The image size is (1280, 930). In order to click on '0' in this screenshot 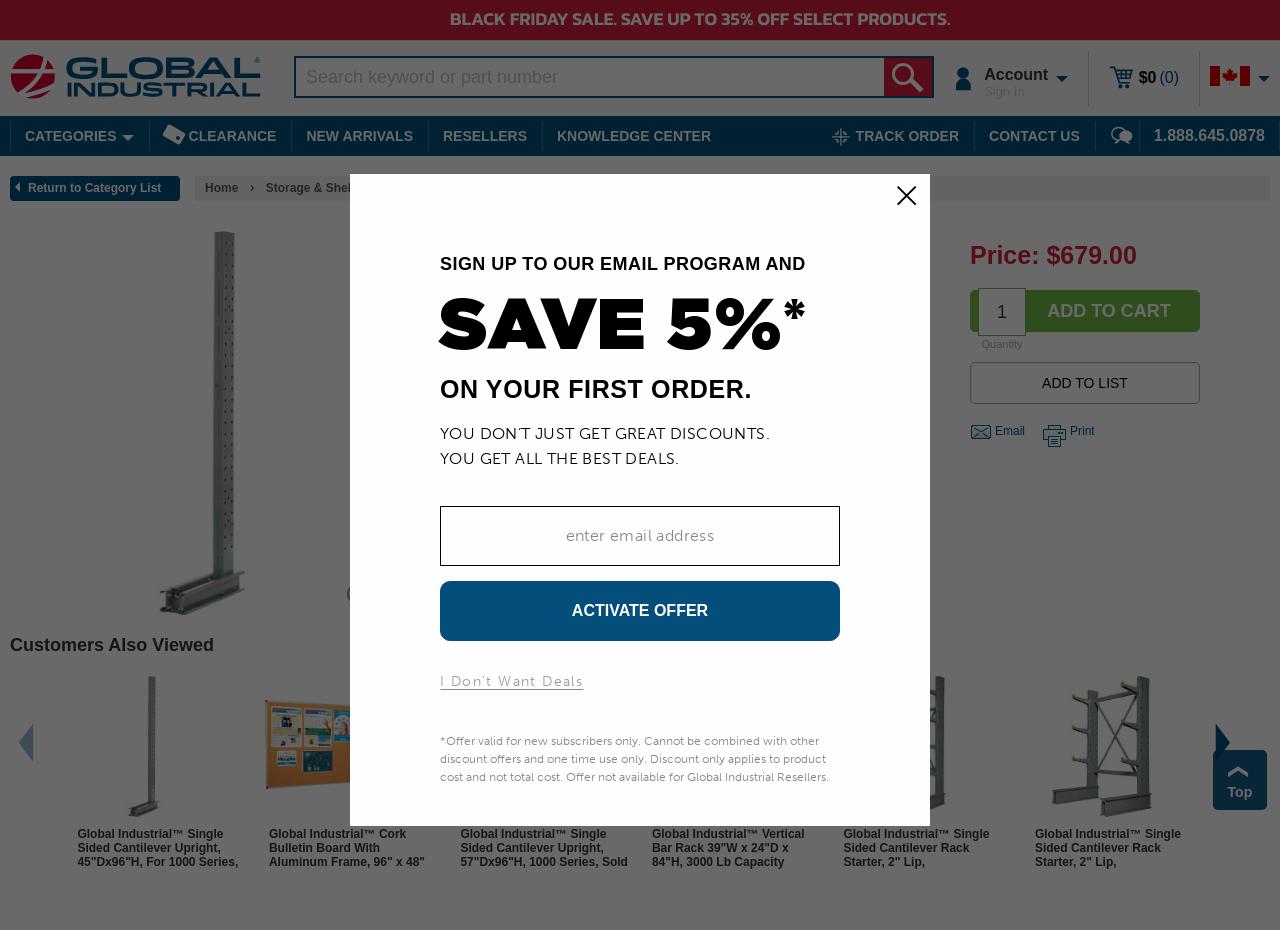, I will do `click(1168, 75)`.